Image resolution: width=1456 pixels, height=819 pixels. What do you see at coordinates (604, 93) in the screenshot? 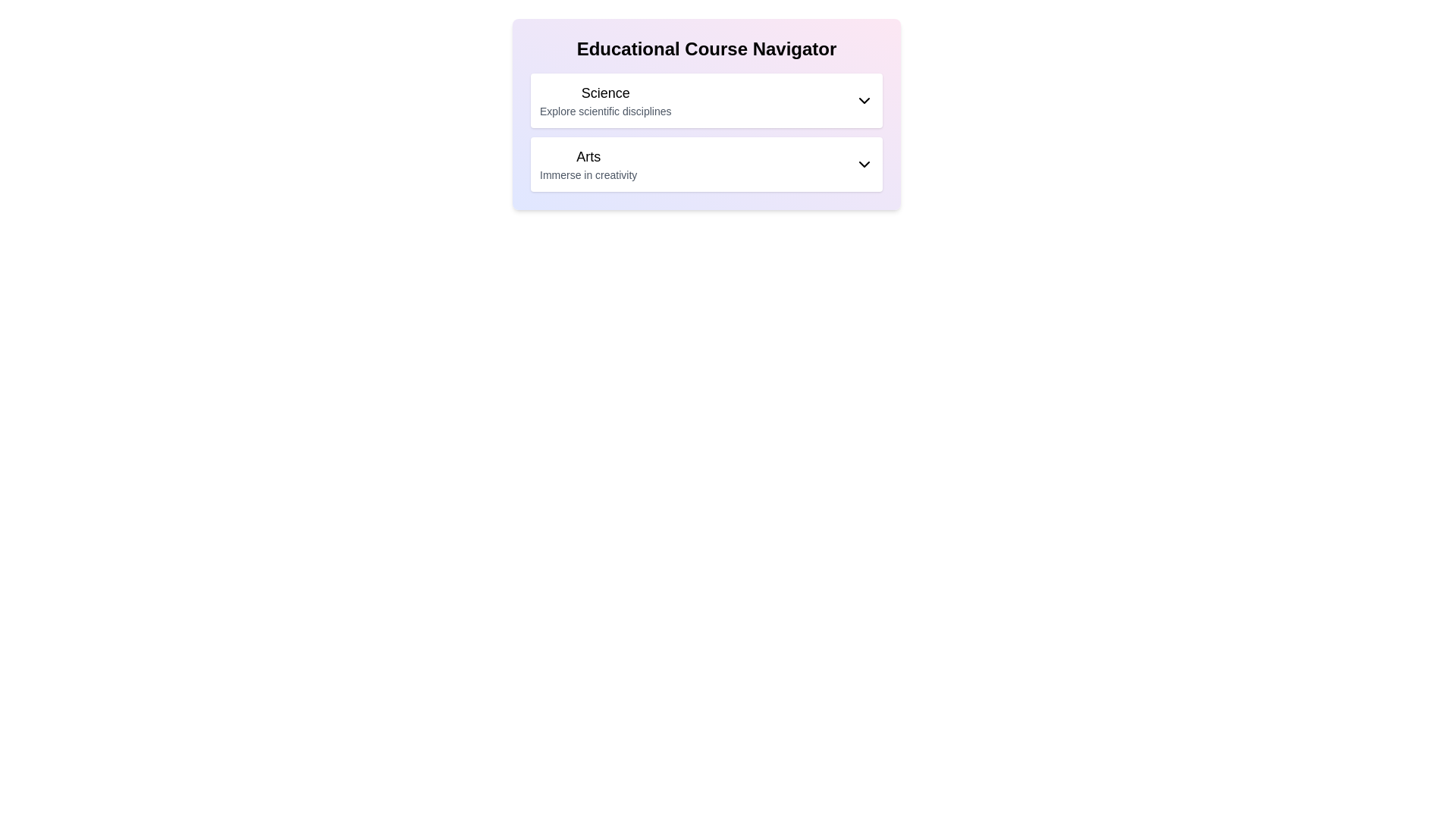
I see `text content of the bold 'Science' title label located above the description 'Explore scientific disciplines' in the Educational Course Navigator section` at bounding box center [604, 93].